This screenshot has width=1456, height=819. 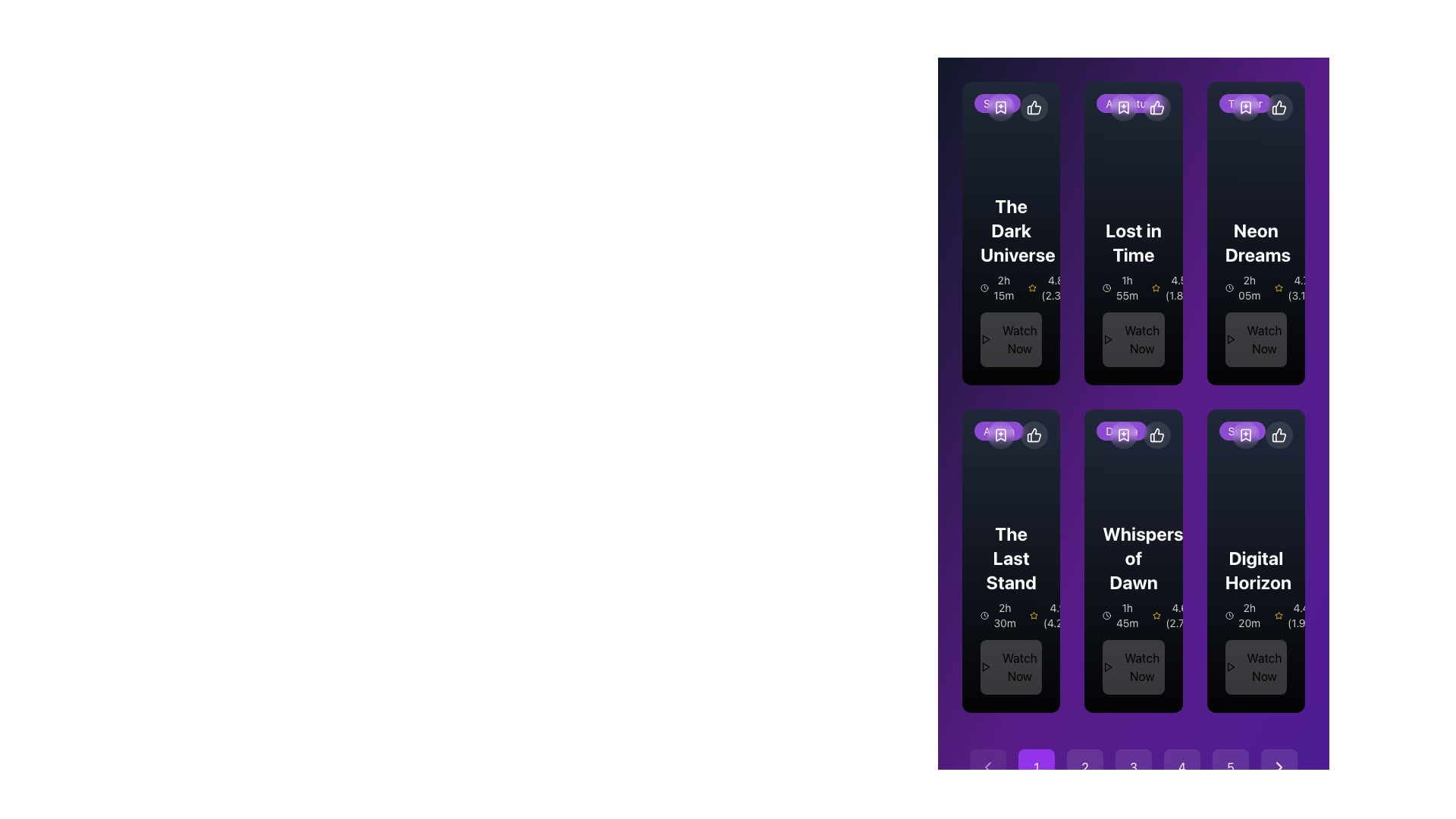 What do you see at coordinates (1156, 107) in the screenshot?
I see `the thumbs-up icon, which is a circular button with a white outline and a semi-transparent dark background, located in the top-right area of a card layout, to like the item` at bounding box center [1156, 107].